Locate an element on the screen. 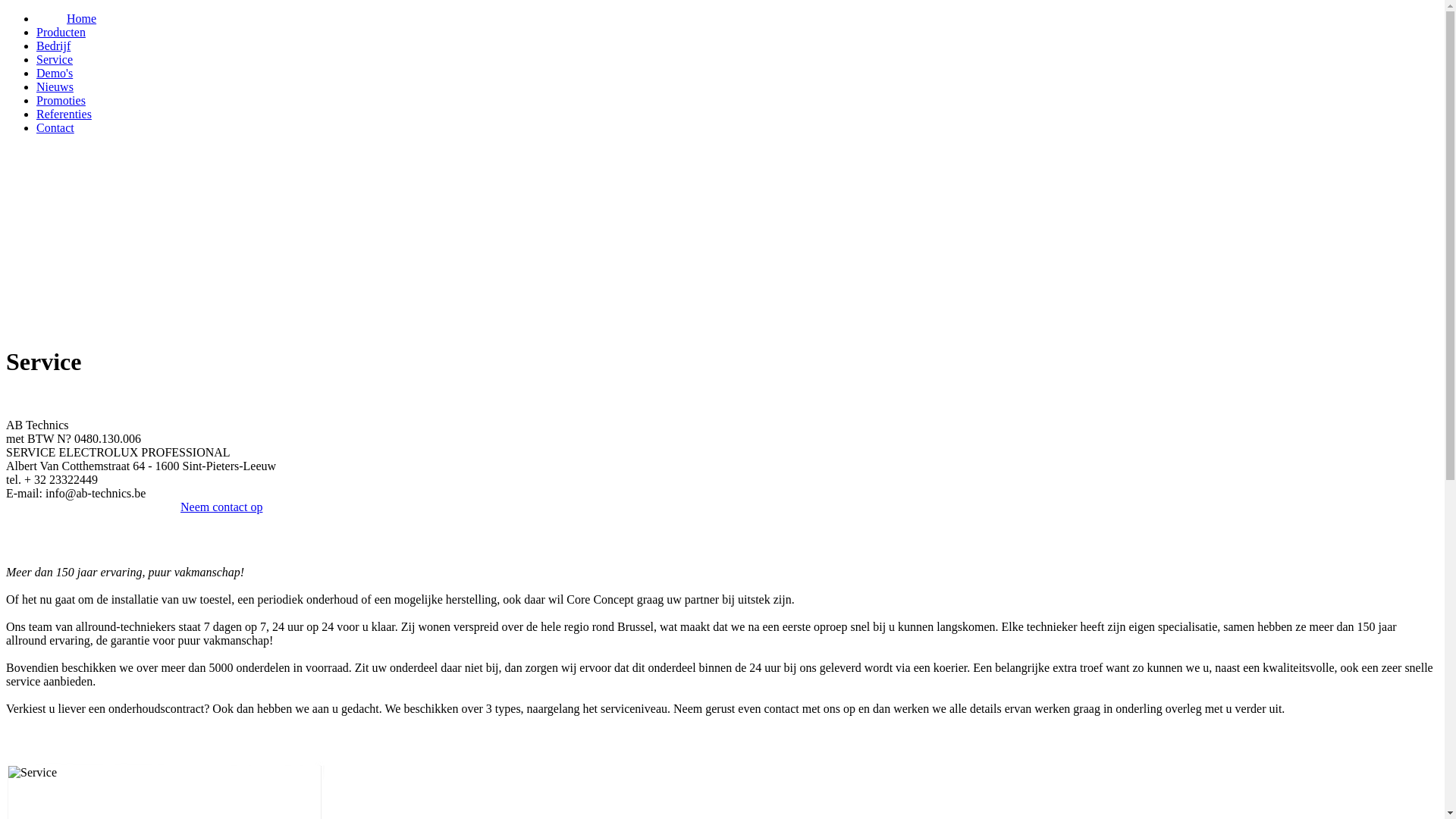 This screenshot has height=819, width=1456. 'Demo's' is located at coordinates (55, 73).